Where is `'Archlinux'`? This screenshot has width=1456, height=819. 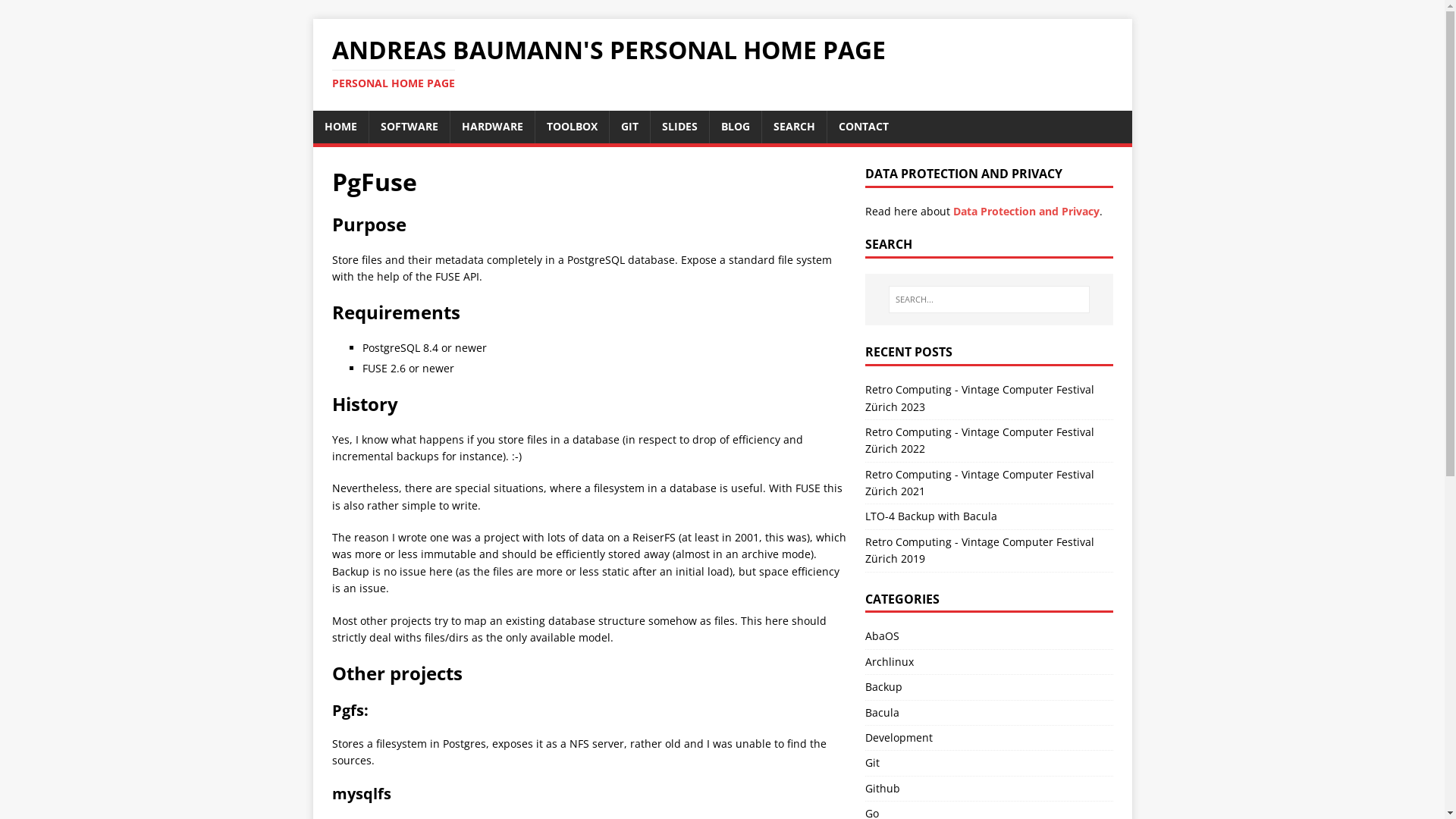
'Archlinux' is located at coordinates (889, 661).